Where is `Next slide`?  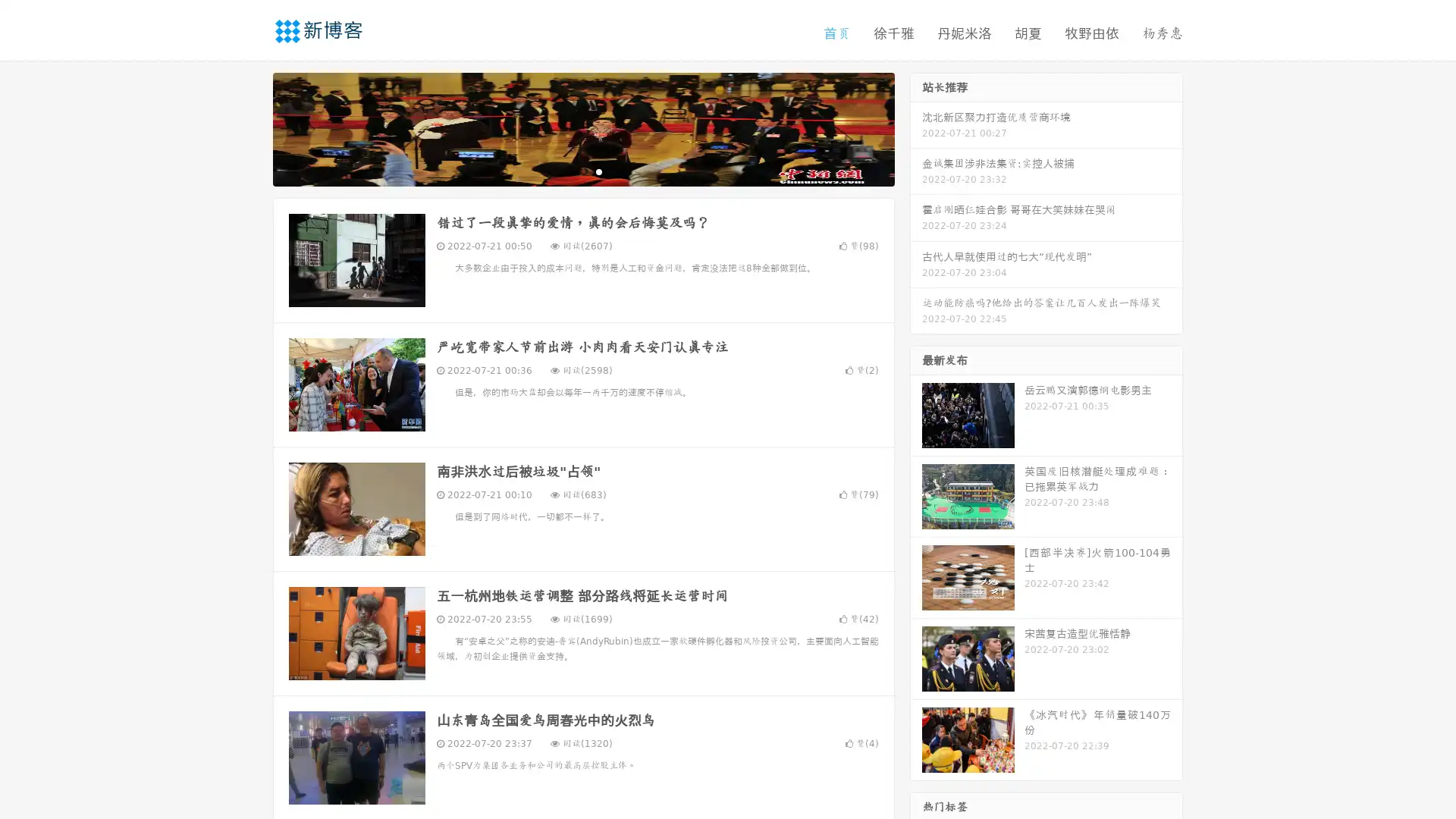
Next slide is located at coordinates (916, 127).